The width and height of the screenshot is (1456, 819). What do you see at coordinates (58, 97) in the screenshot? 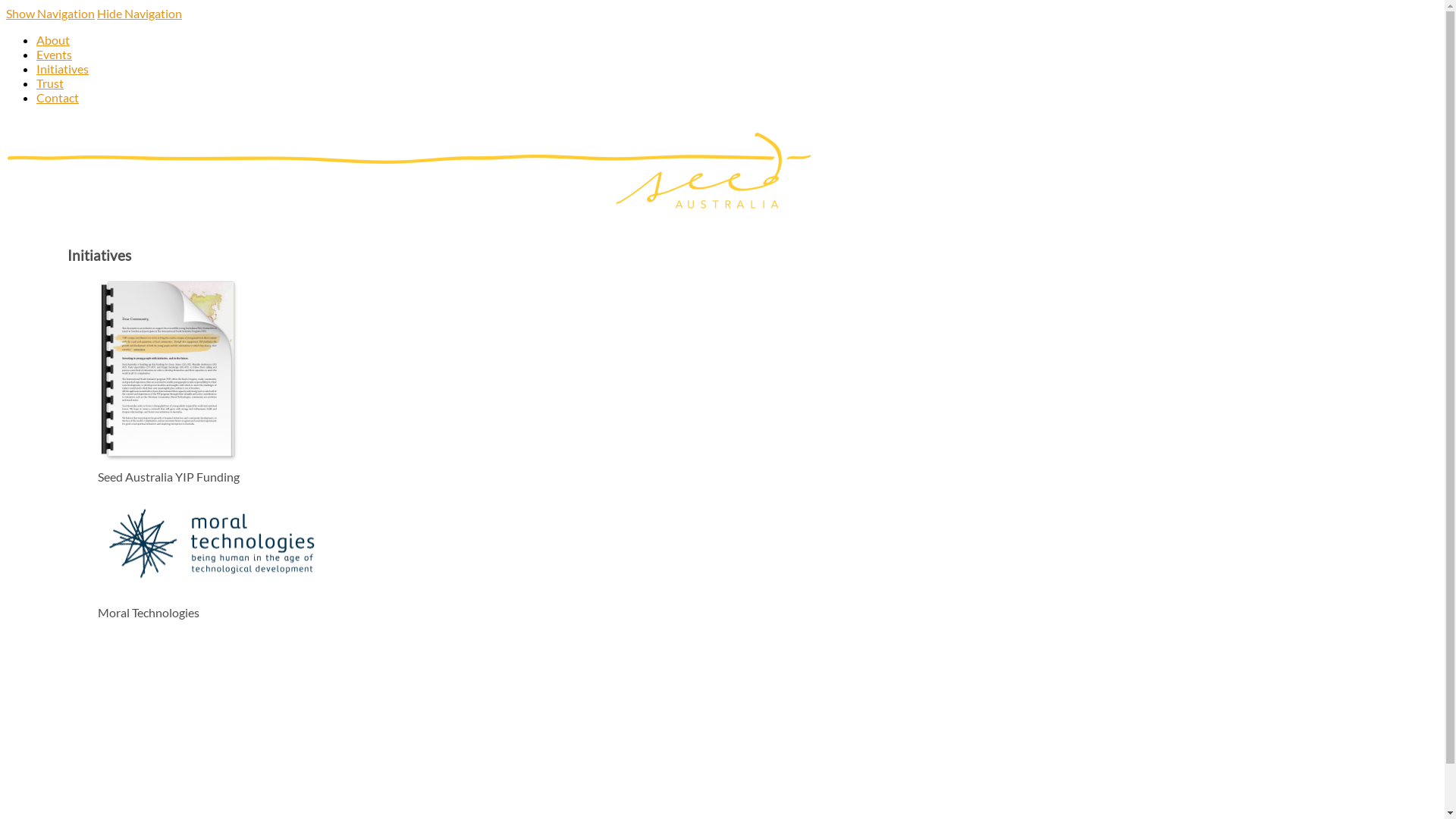
I see `'Contact'` at bounding box center [58, 97].